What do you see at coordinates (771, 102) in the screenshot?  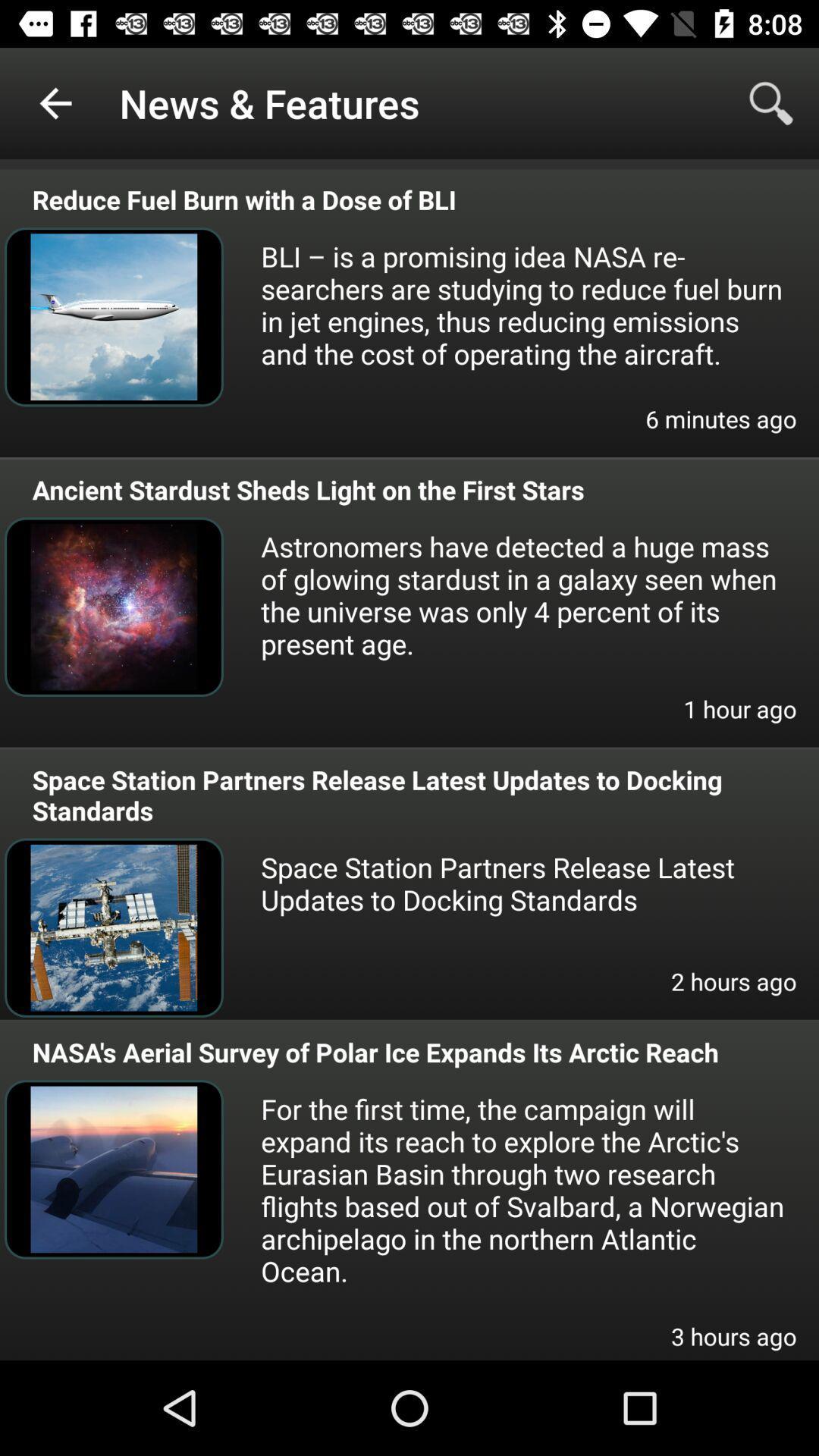 I see `item to the right of news & features icon` at bounding box center [771, 102].